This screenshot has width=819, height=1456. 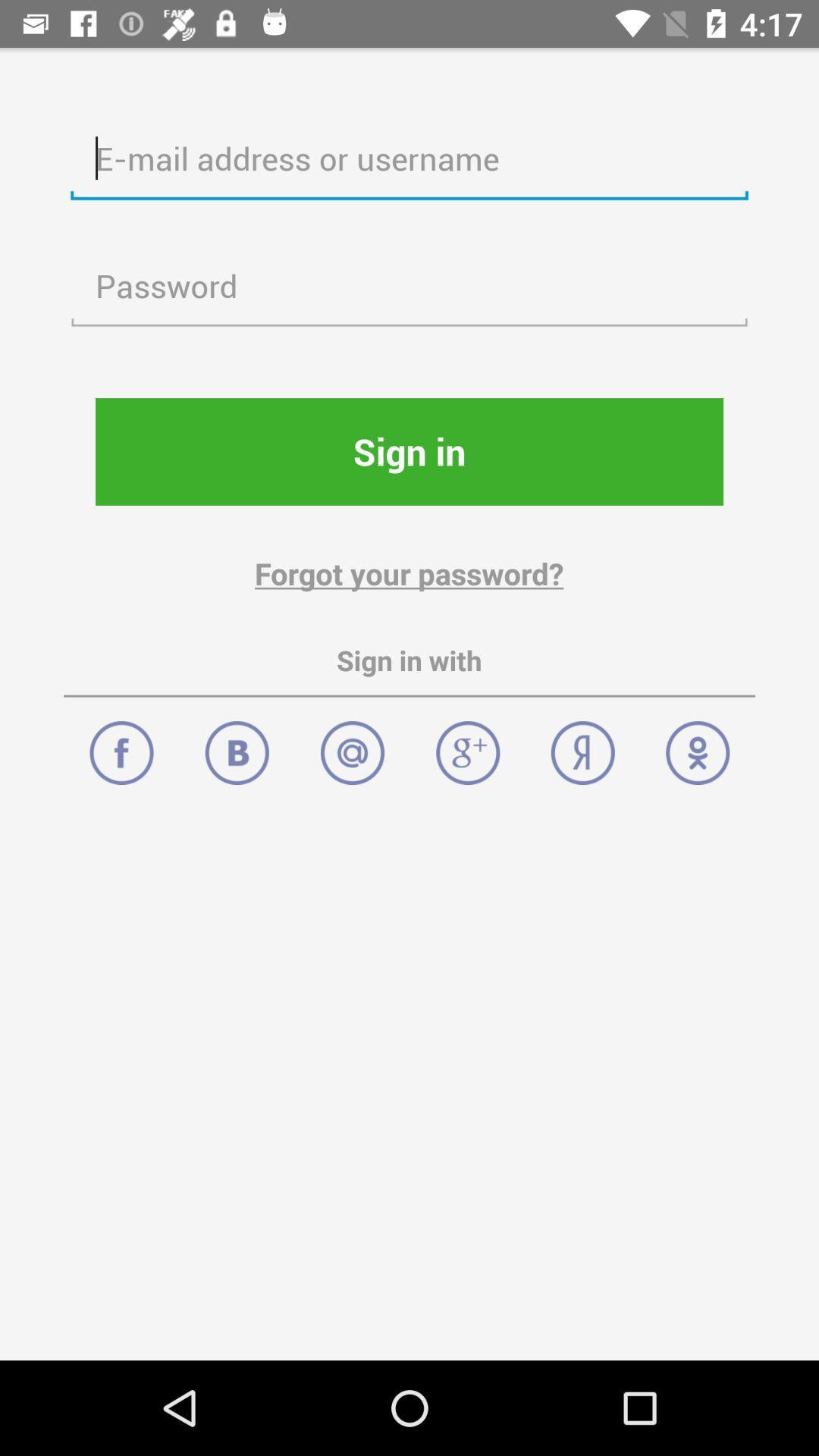 What do you see at coordinates (409, 287) in the screenshot?
I see `the blank box which is showing to enter password on the page` at bounding box center [409, 287].